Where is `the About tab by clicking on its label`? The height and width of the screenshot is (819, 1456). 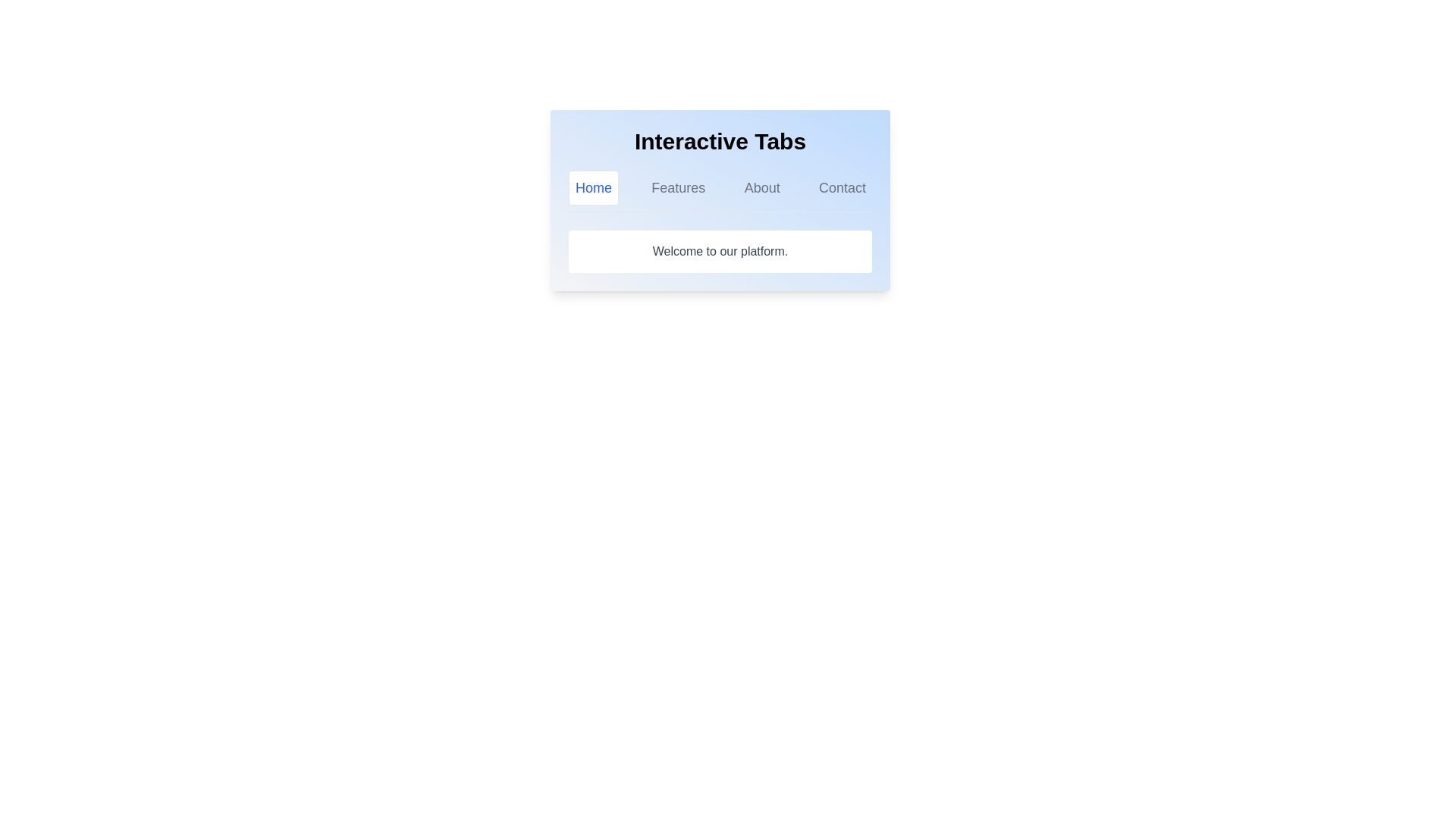 the About tab by clicking on its label is located at coordinates (761, 187).